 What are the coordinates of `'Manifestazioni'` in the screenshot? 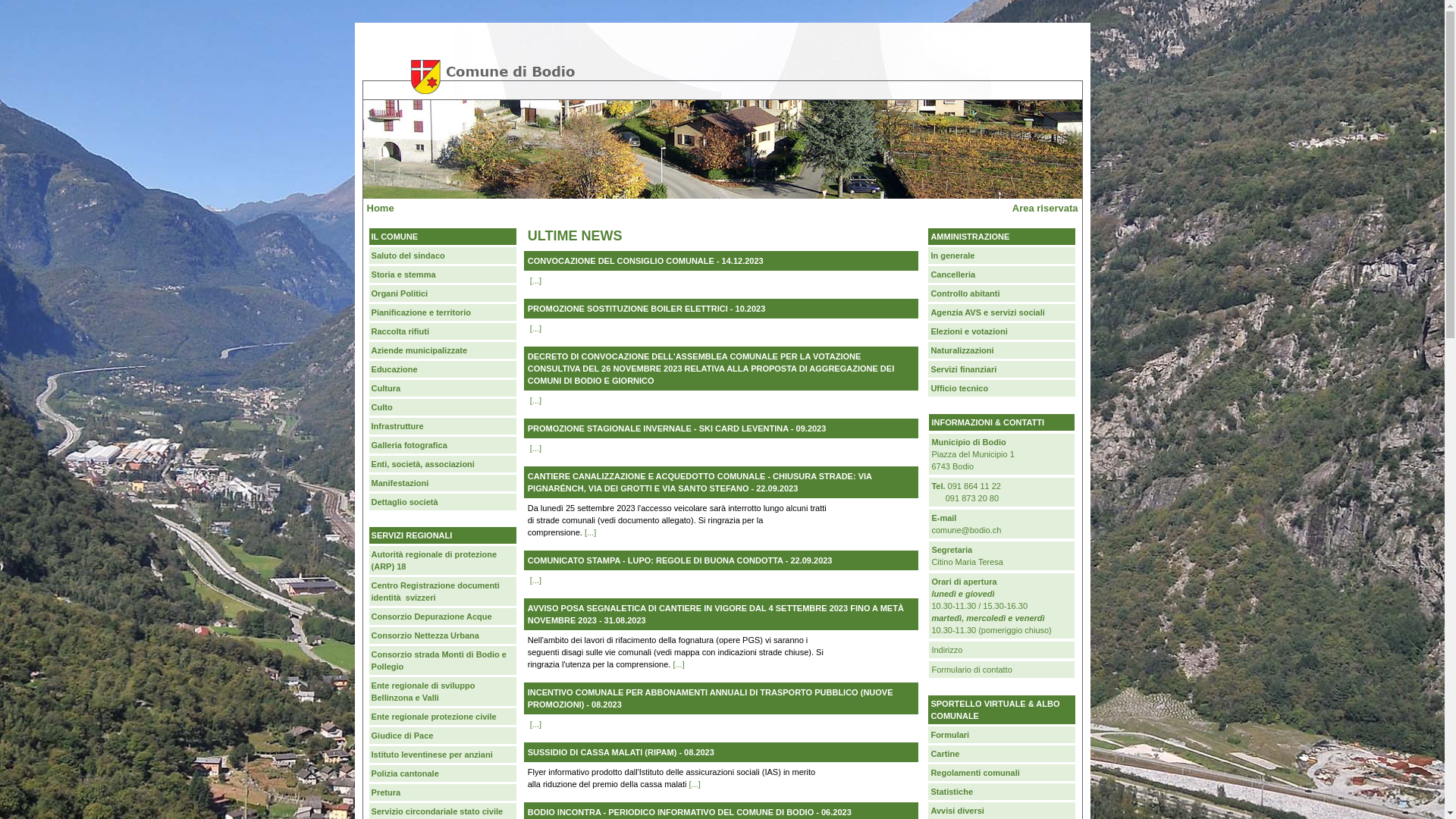 It's located at (442, 482).